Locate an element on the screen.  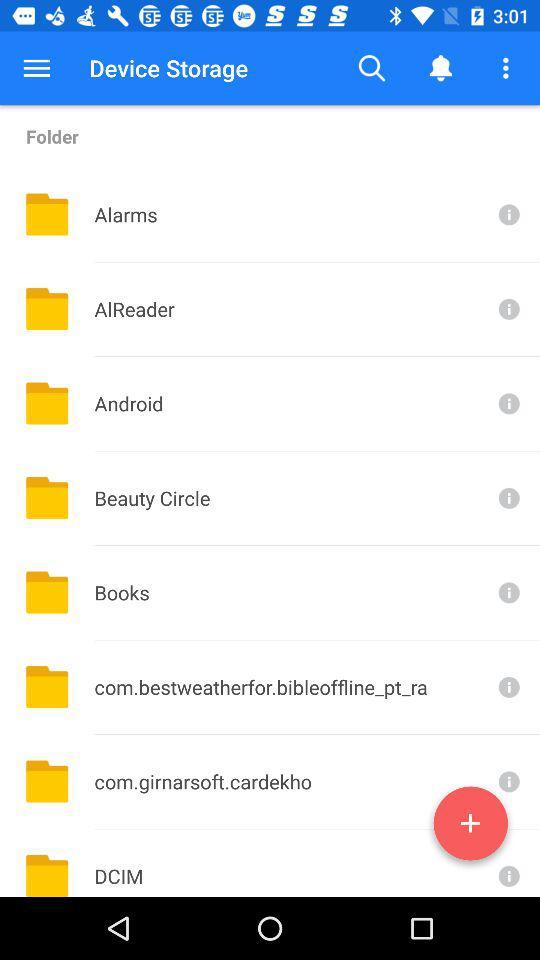
folder information is located at coordinates (507, 781).